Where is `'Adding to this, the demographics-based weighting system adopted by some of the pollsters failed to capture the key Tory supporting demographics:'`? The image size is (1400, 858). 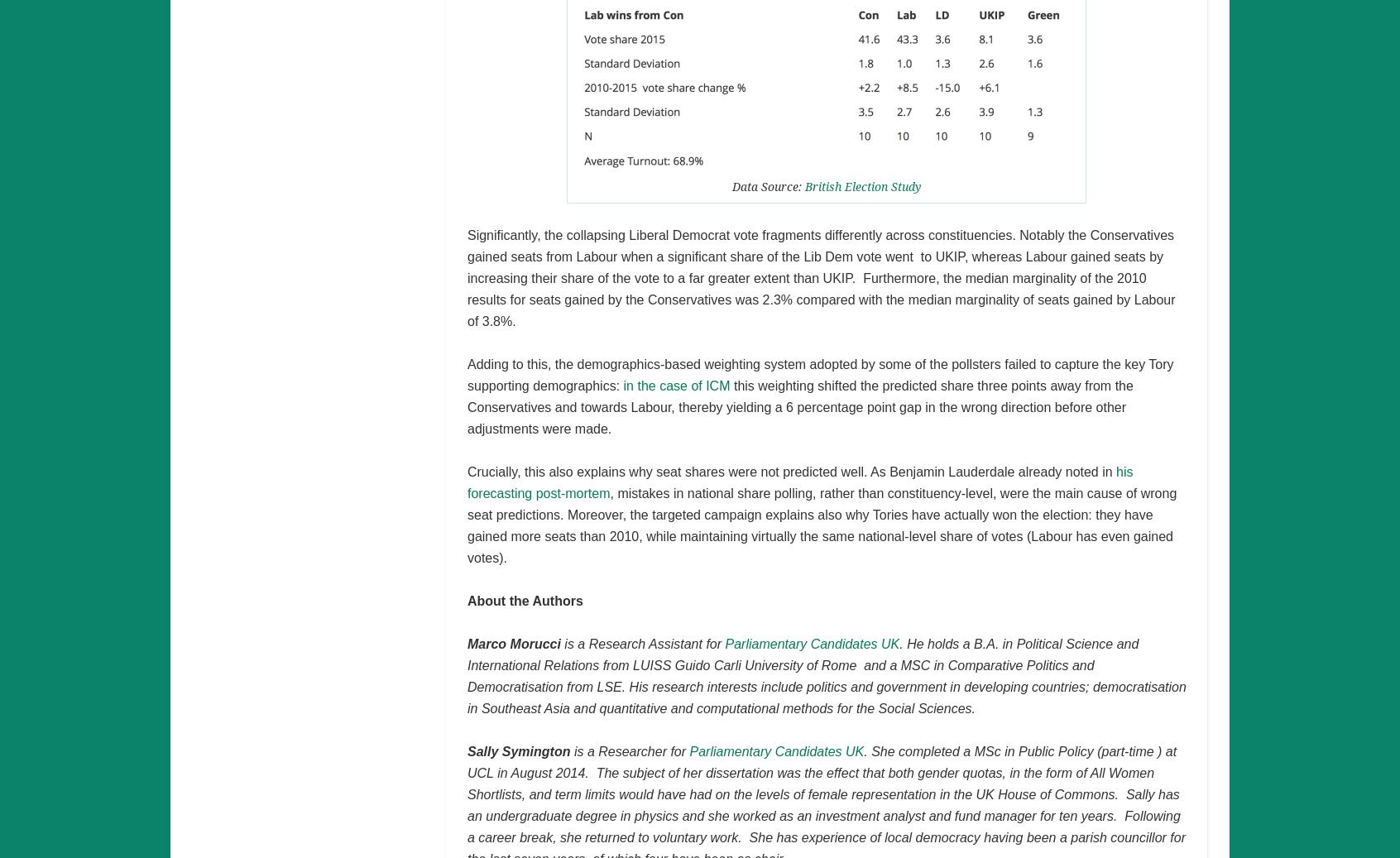 'Adding to this, the demographics-based weighting system adopted by some of the pollsters failed to capture the key Tory supporting demographics:' is located at coordinates (819, 373).